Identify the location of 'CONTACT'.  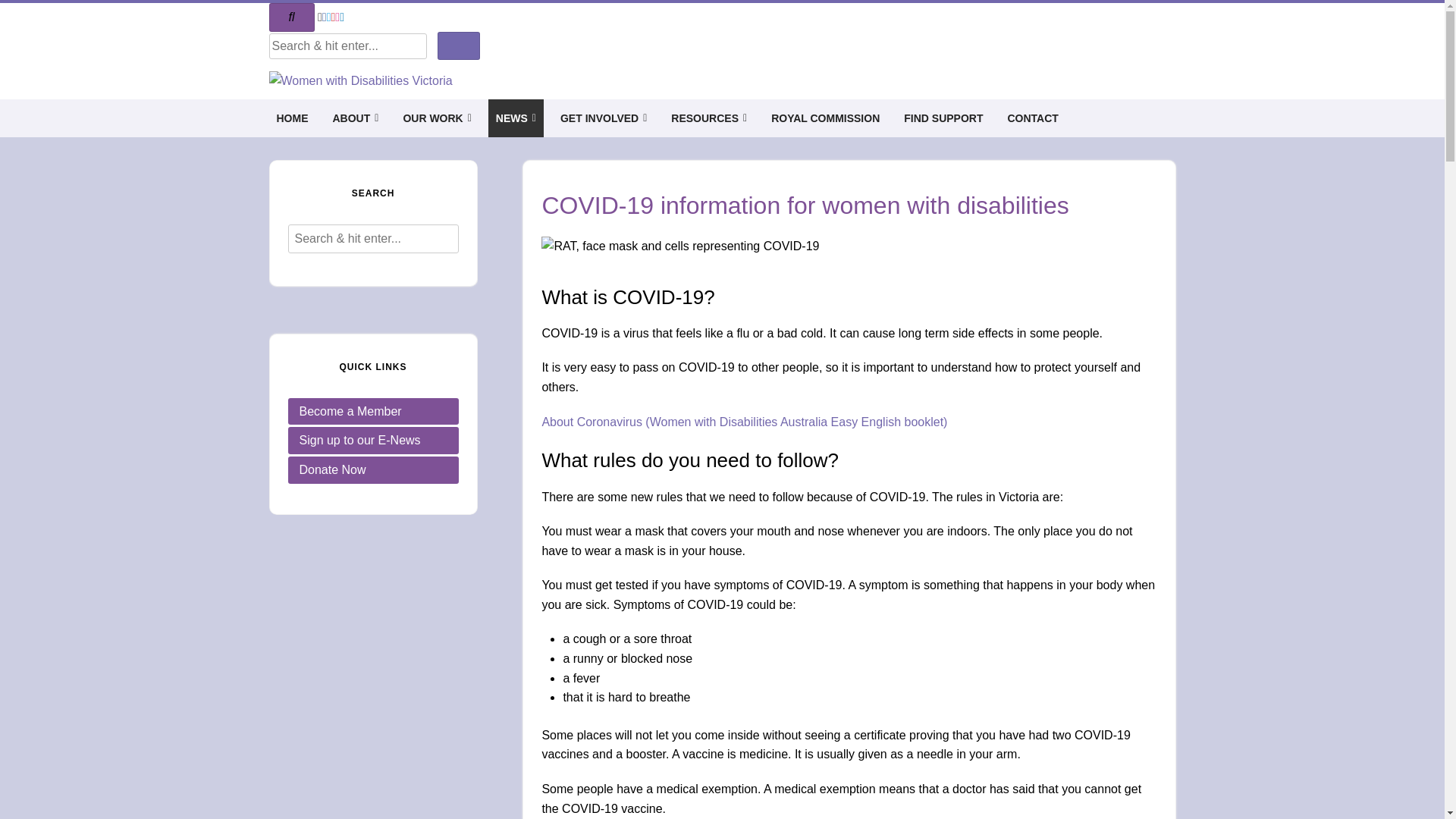
(1031, 117).